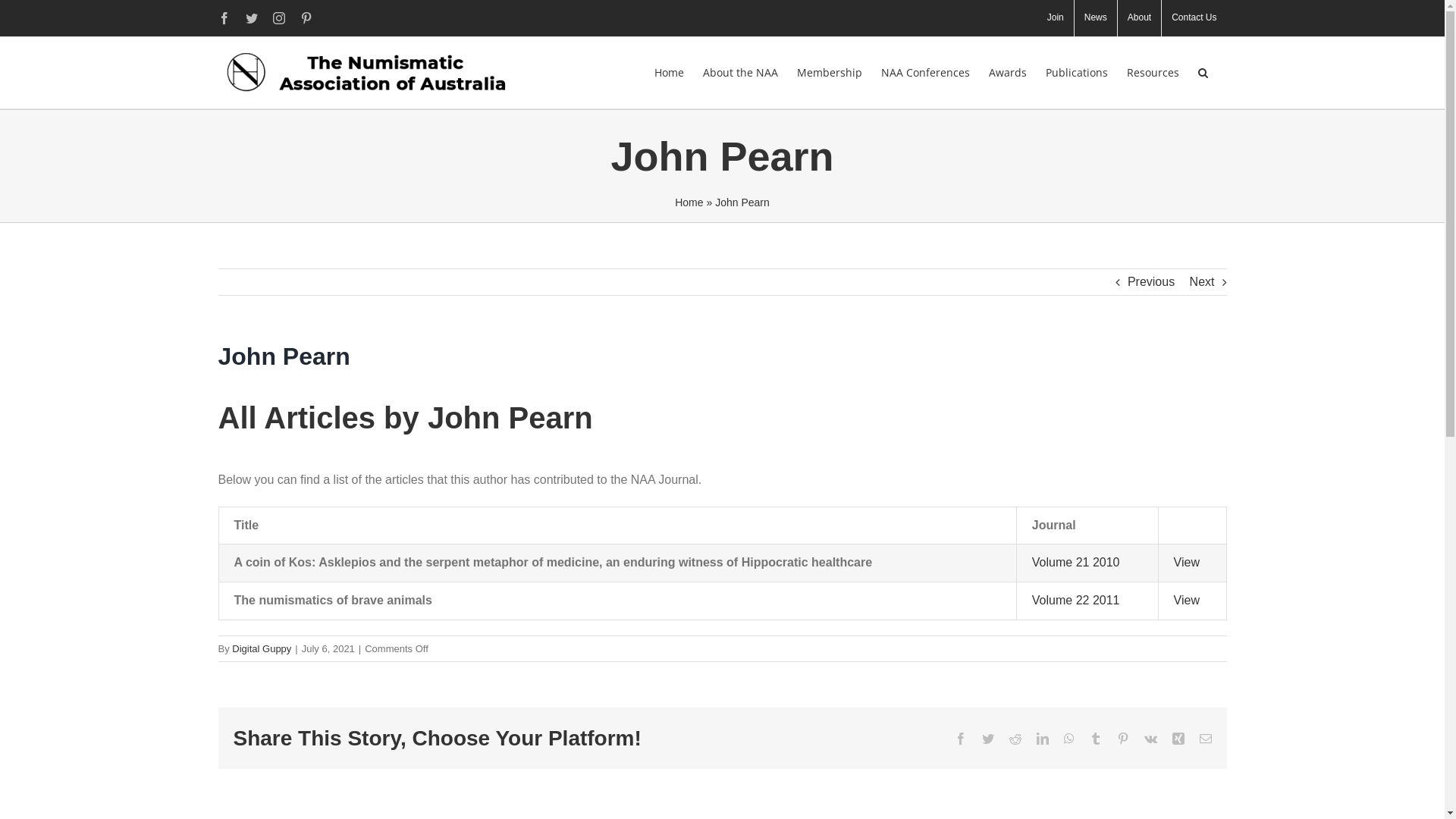 Image resolution: width=1456 pixels, height=819 pixels. What do you see at coordinates (1197, 73) in the screenshot?
I see `'Search'` at bounding box center [1197, 73].